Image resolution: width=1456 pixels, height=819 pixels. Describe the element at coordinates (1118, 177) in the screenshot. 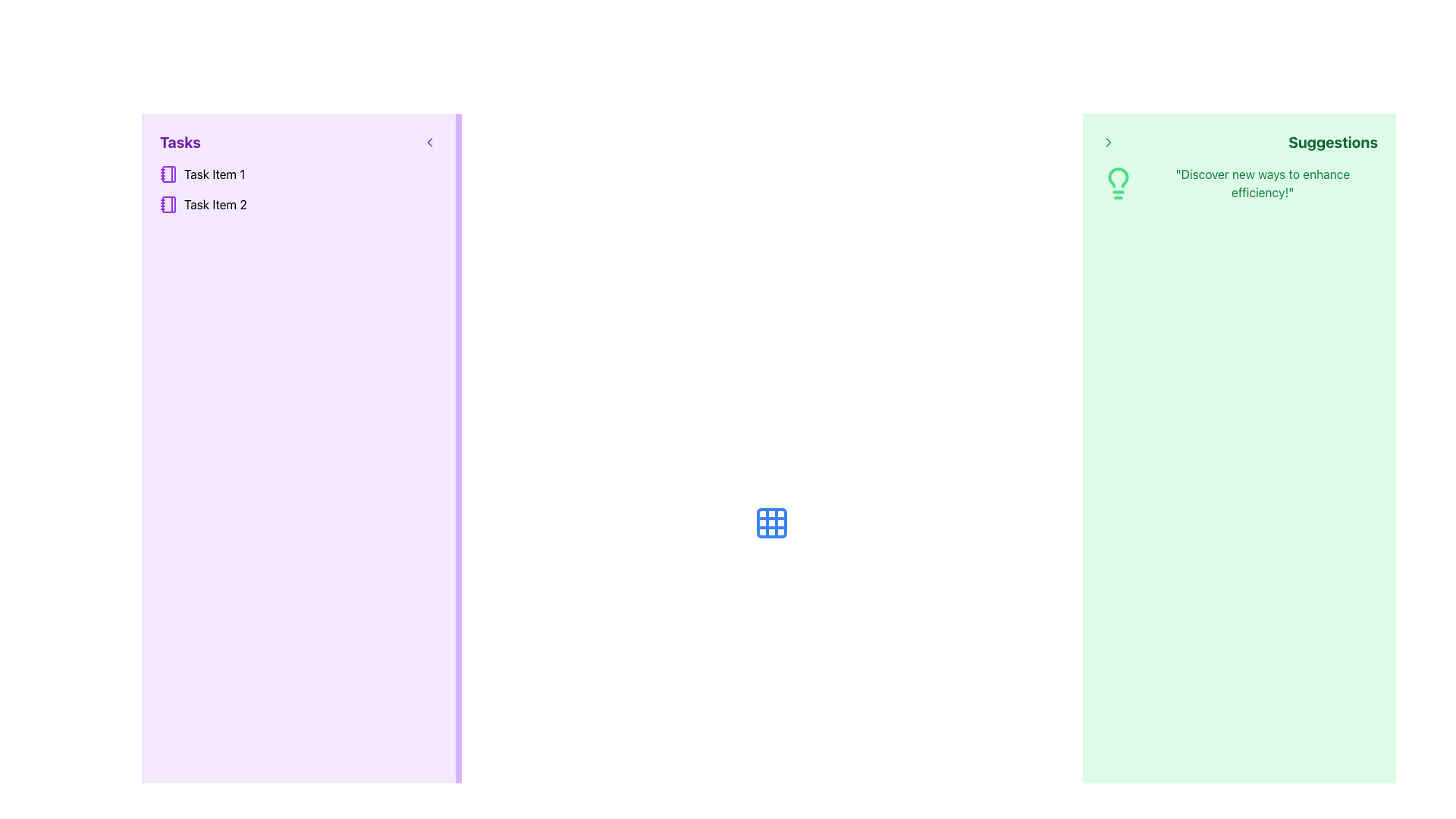

I see `the uppermost section of the lightbulb icon in the 'Suggestions' panel, located left of the text 'Discover new ways to enhance efficiency!'` at that location.